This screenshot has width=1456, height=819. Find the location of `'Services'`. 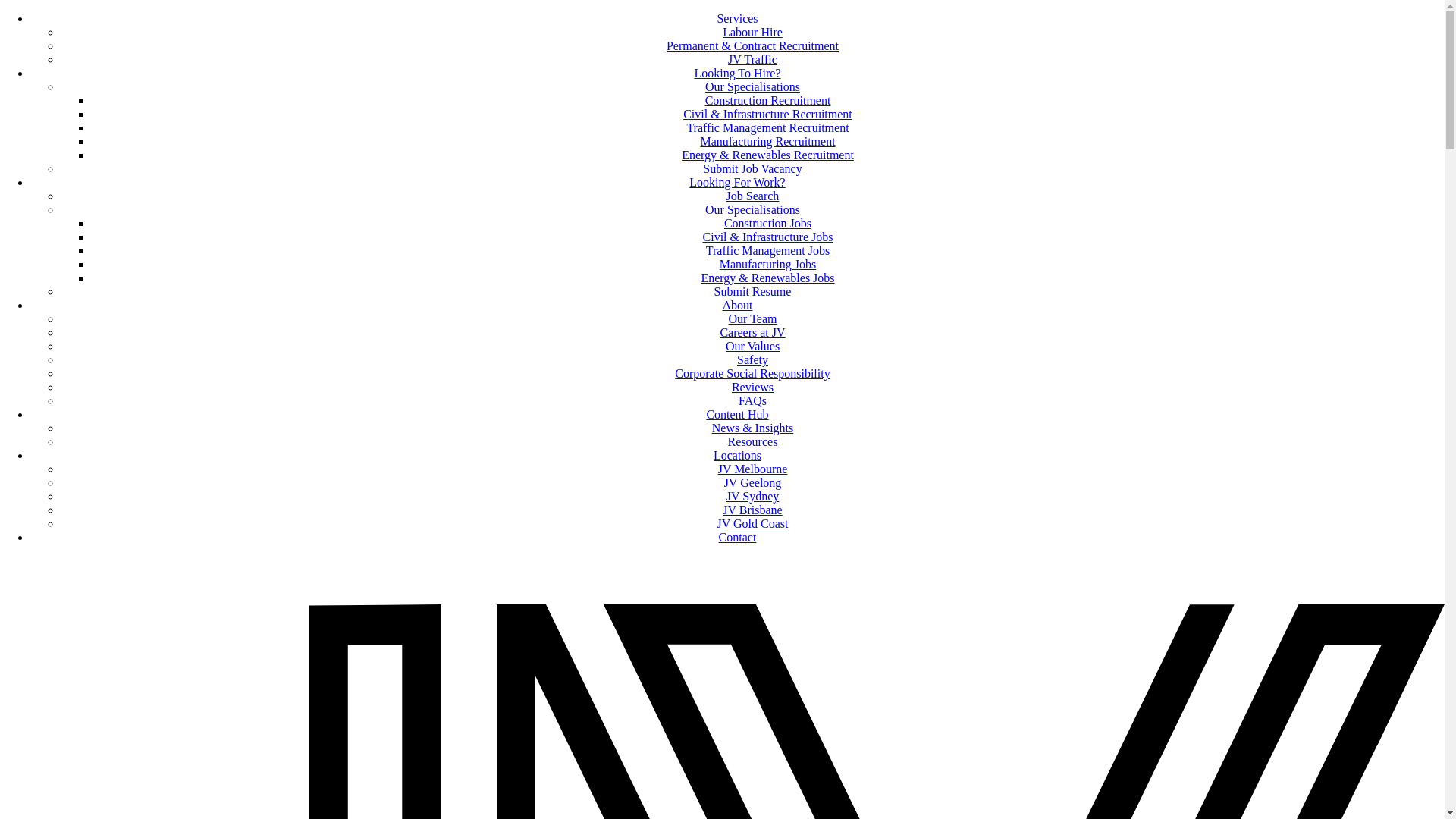

'Services' is located at coordinates (716, 18).